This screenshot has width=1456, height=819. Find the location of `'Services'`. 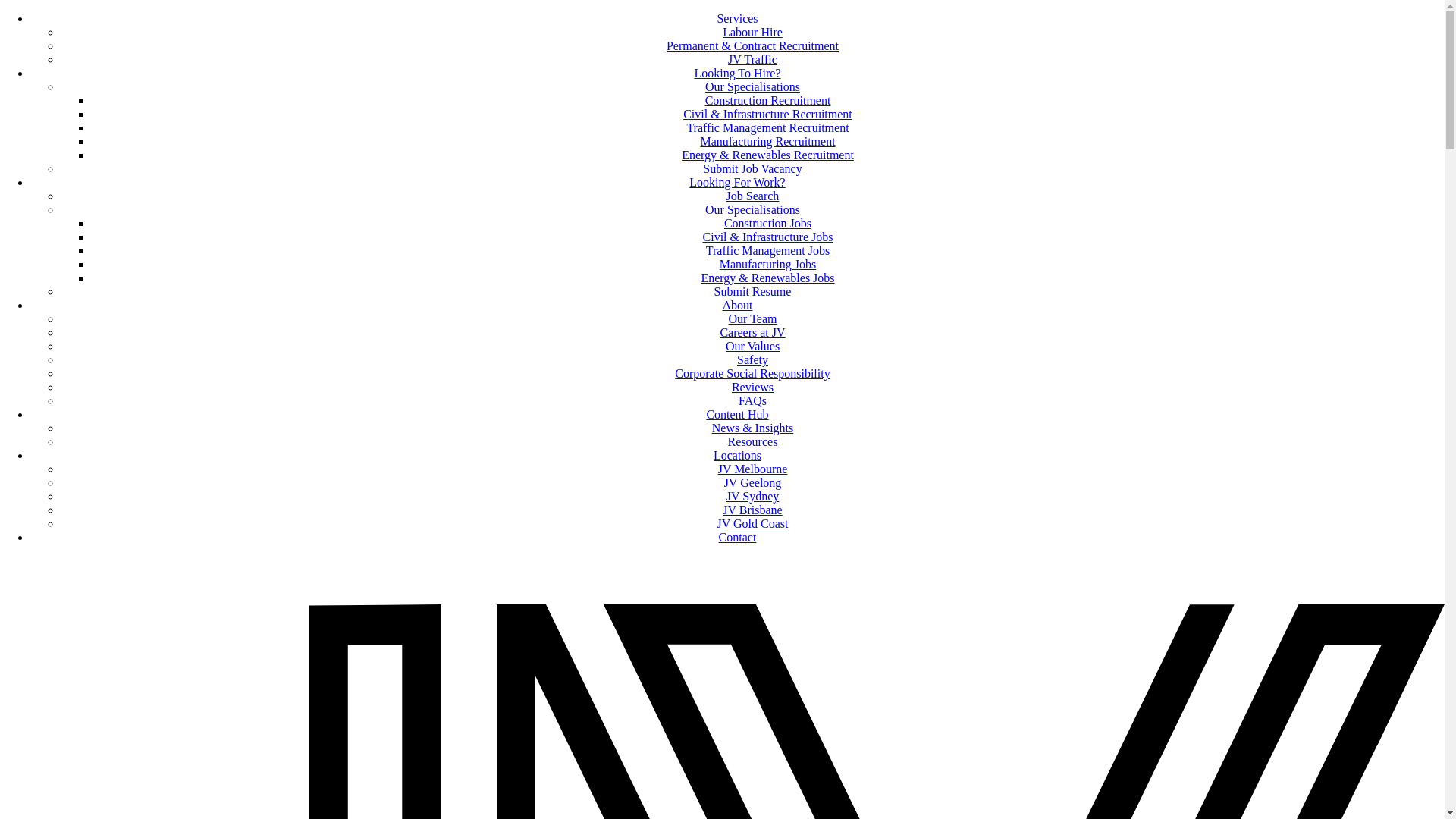

'Services' is located at coordinates (716, 18).